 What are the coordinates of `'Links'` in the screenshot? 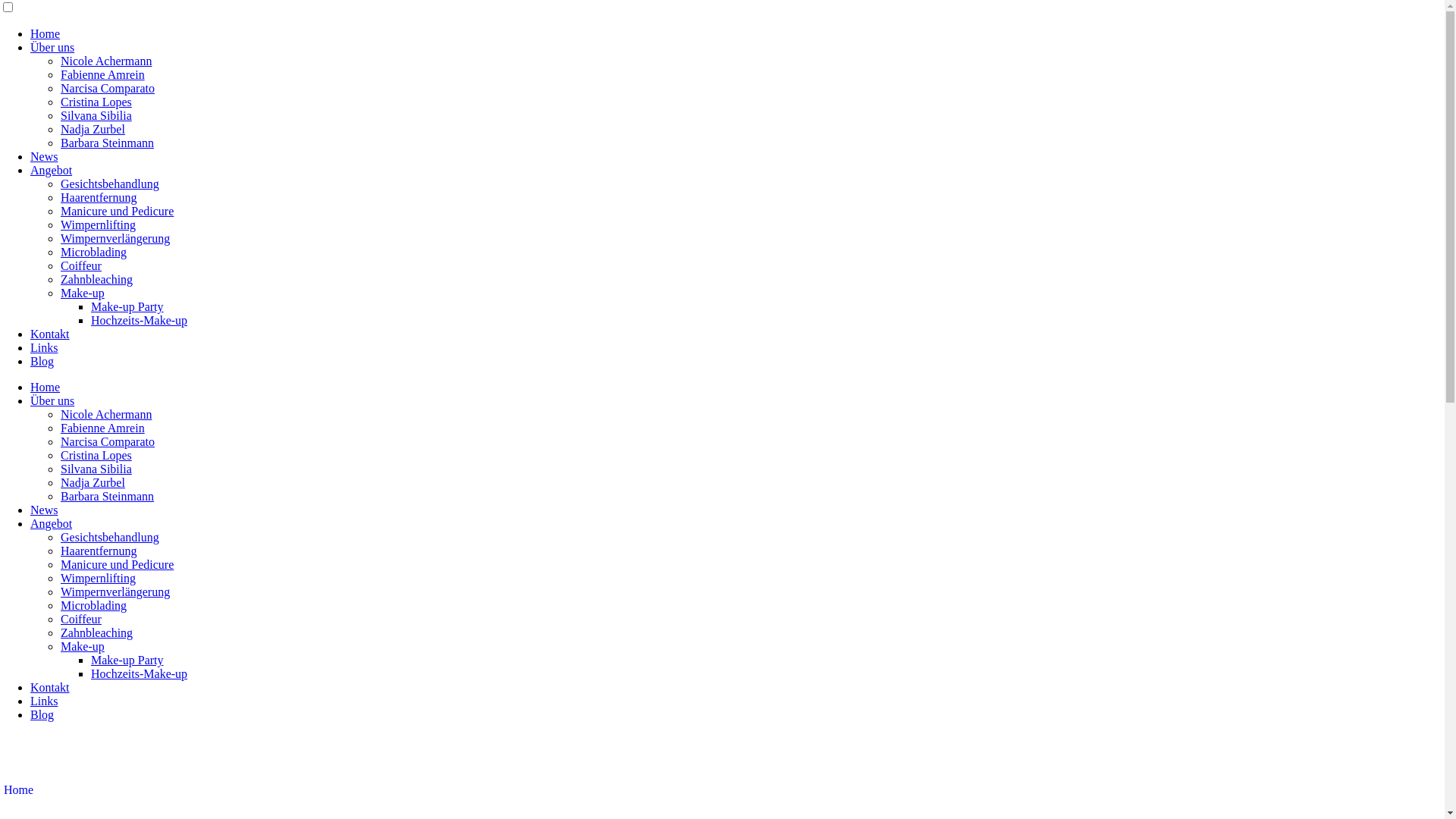 It's located at (43, 347).